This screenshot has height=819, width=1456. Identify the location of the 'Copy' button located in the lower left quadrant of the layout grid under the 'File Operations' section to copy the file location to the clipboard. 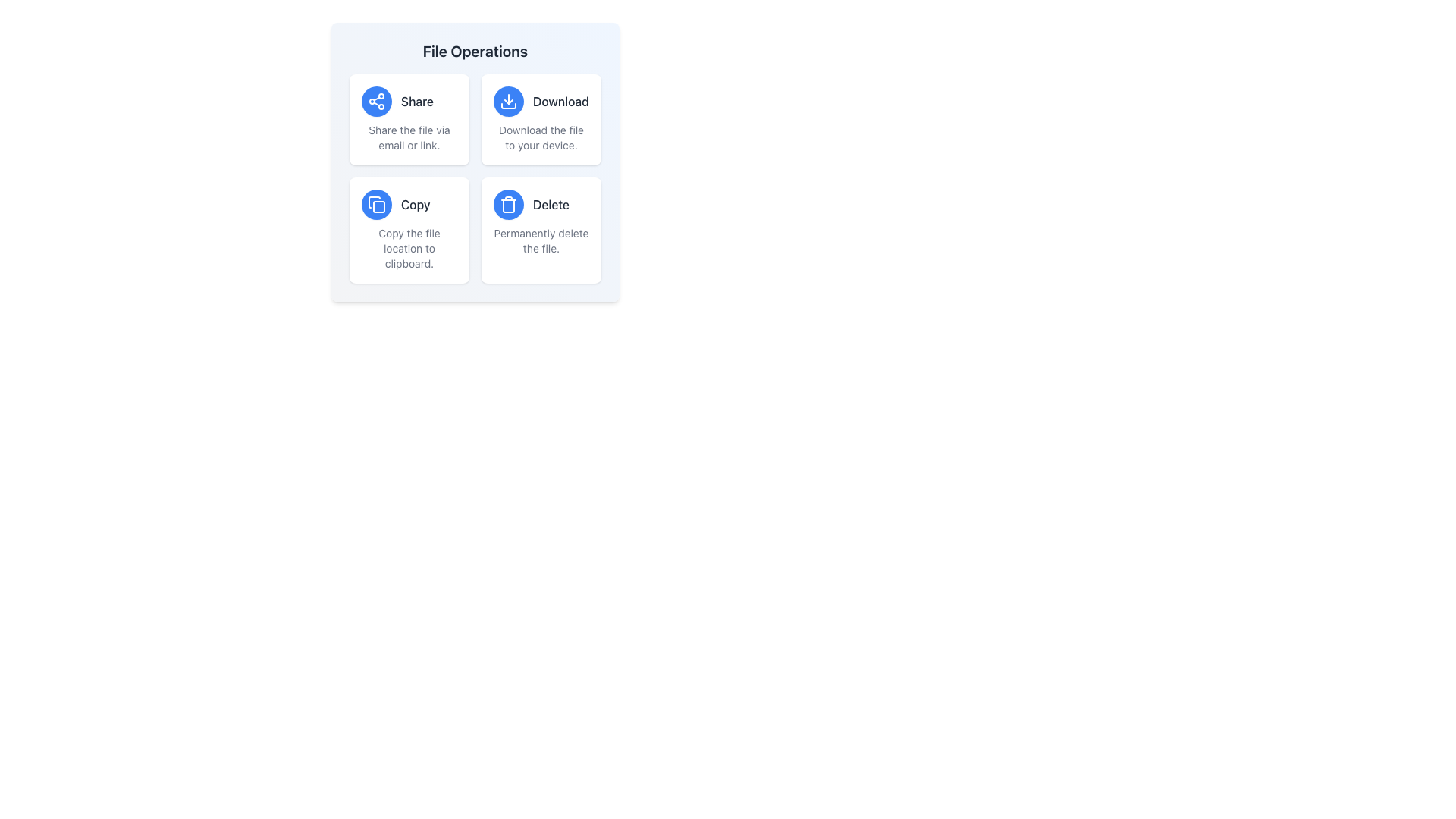
(409, 205).